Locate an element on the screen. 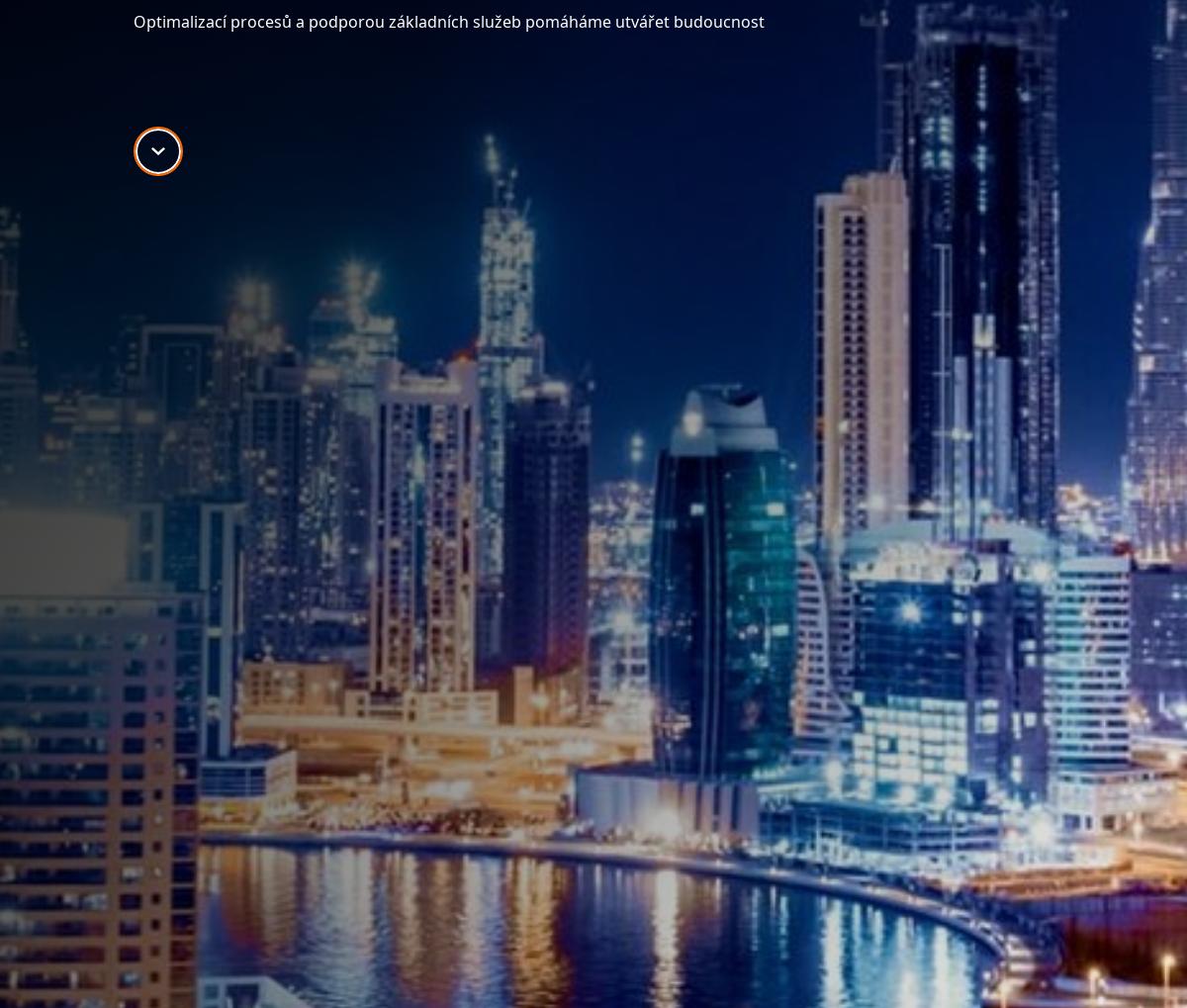  'Kariéra' is located at coordinates (791, 513).